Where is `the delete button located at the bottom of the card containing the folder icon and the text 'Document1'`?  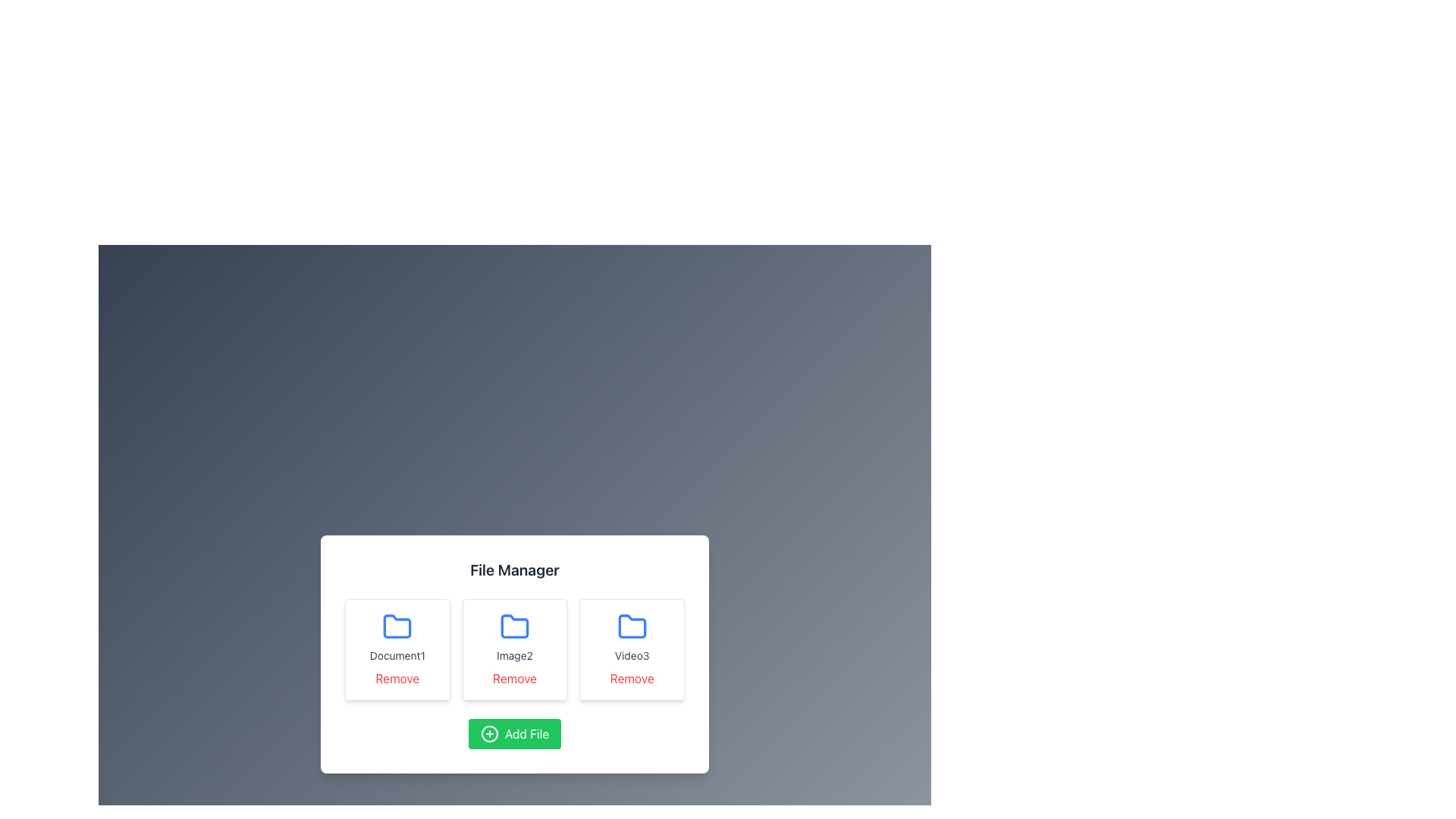
the delete button located at the bottom of the card containing the folder icon and the text 'Document1' is located at coordinates (397, 677).